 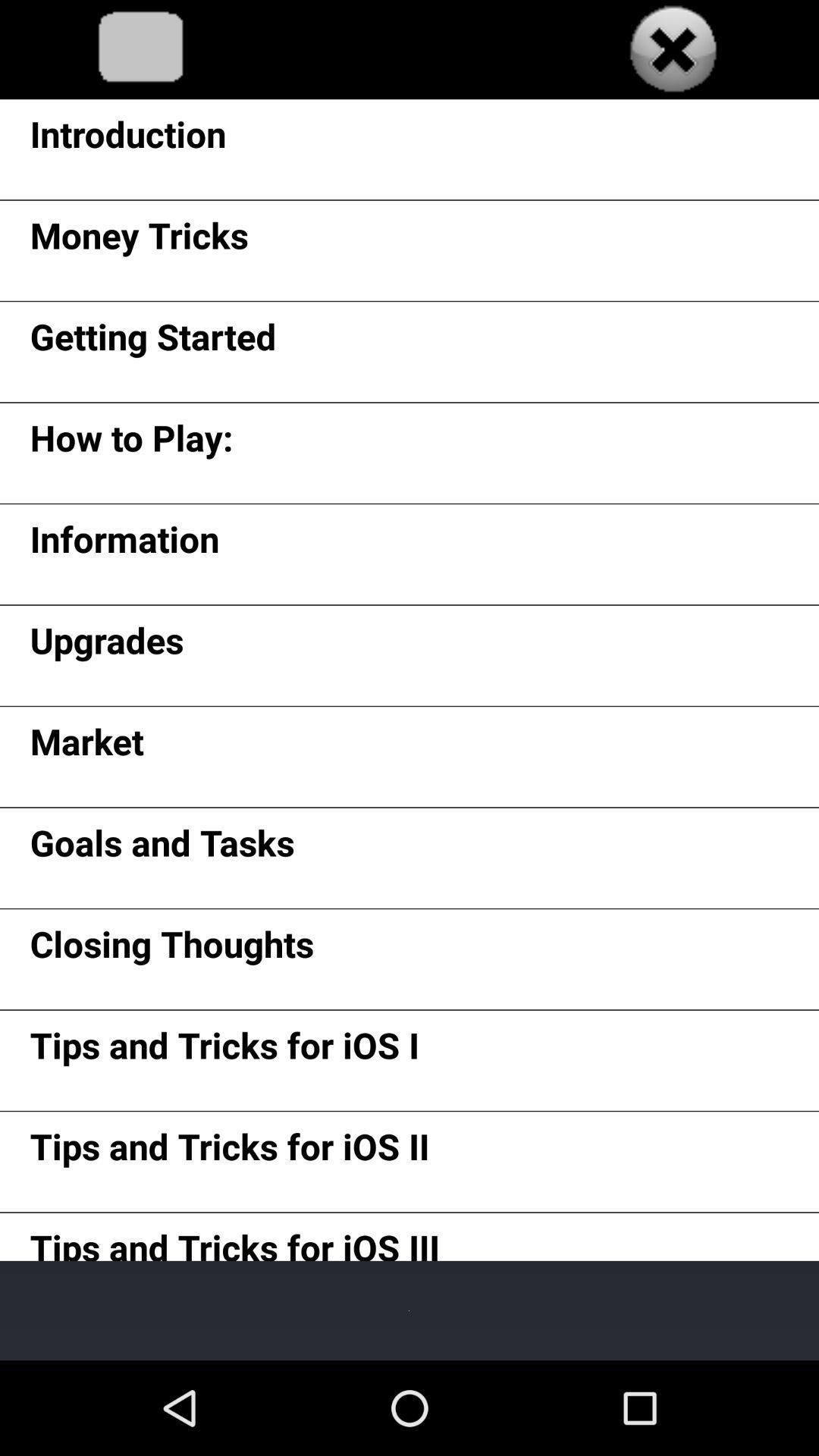 I want to click on the money tricks app, so click(x=139, y=240).